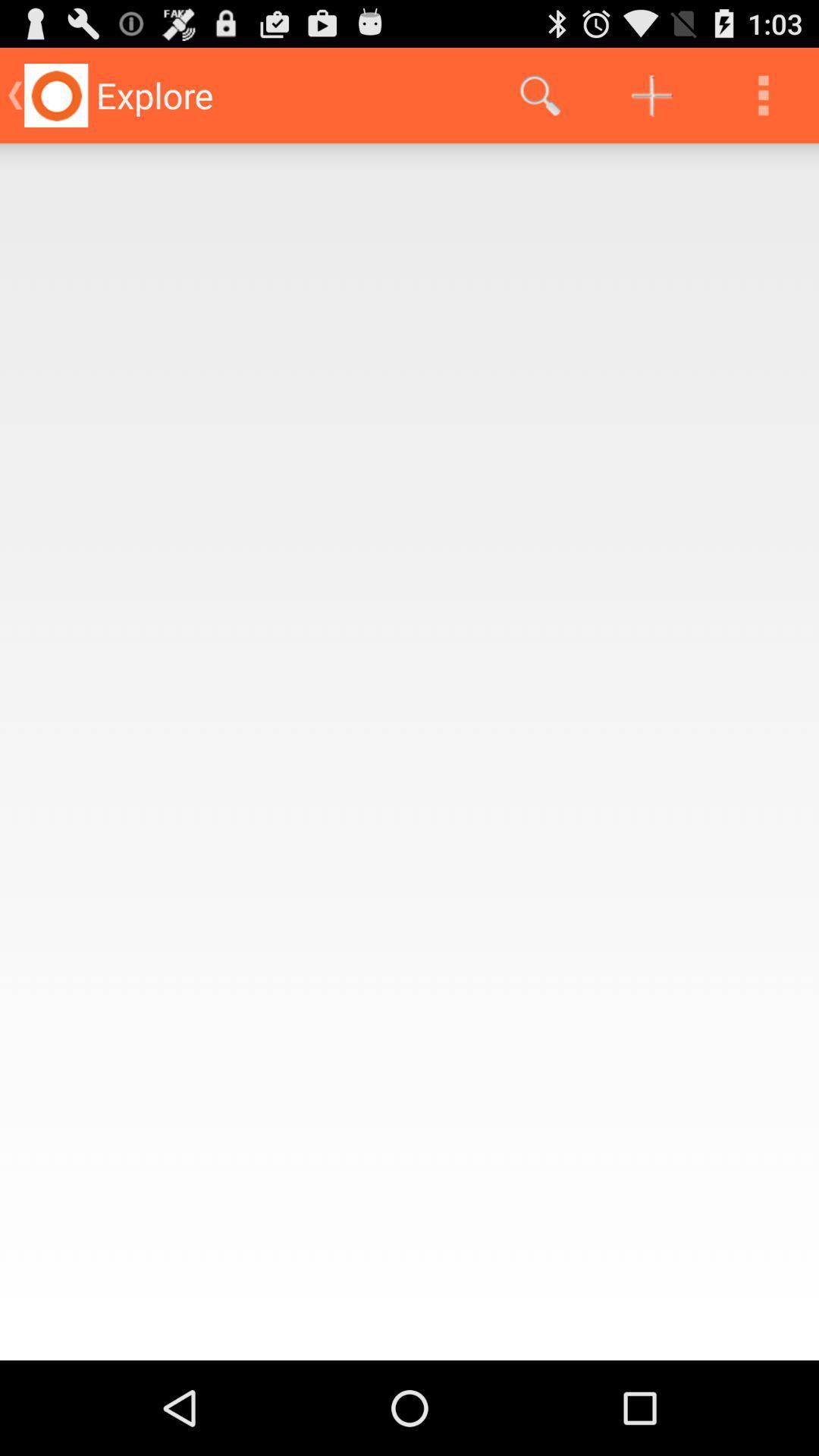  What do you see at coordinates (409, 752) in the screenshot?
I see `the item at the center` at bounding box center [409, 752].